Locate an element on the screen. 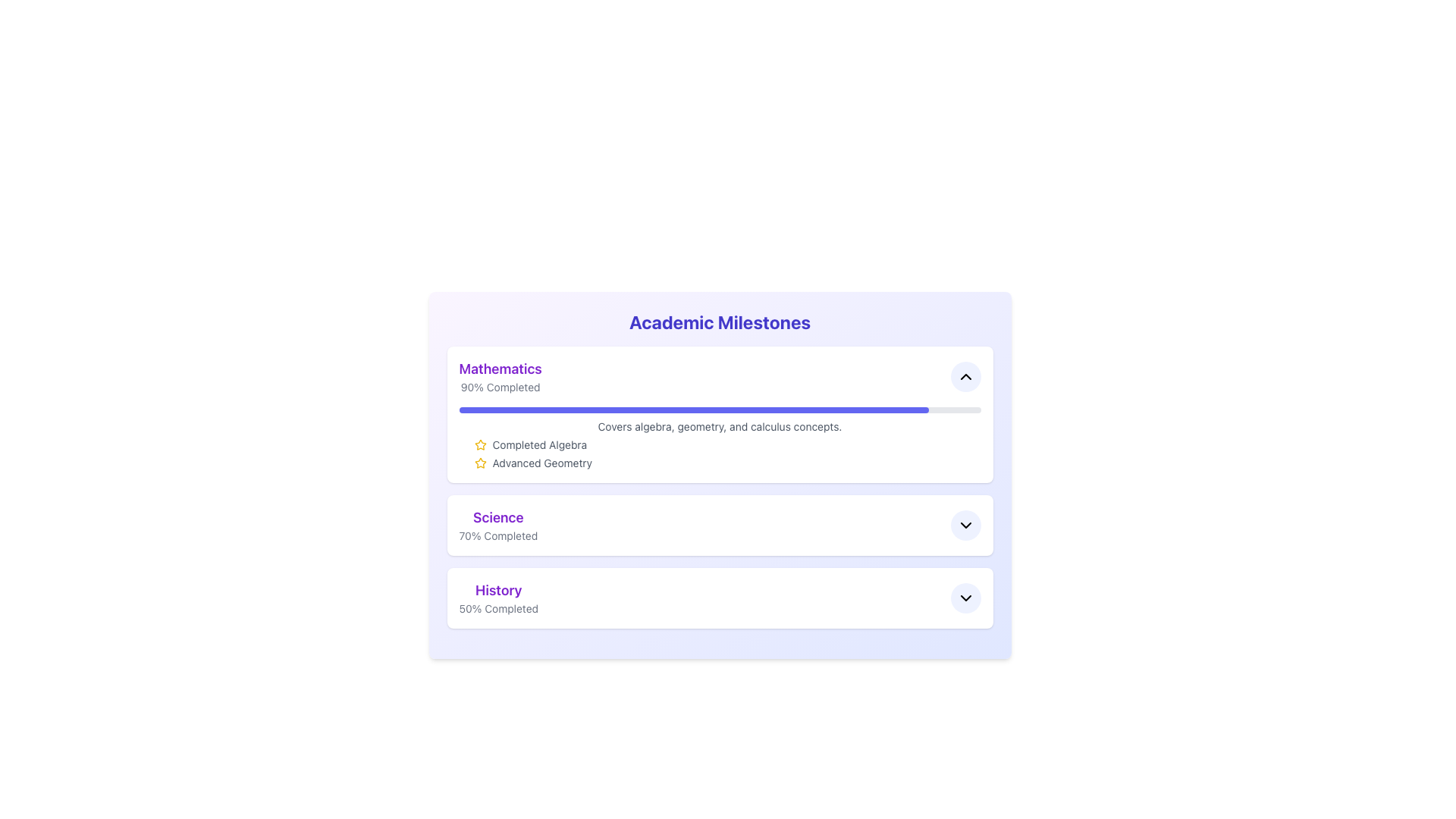 The height and width of the screenshot is (819, 1456). the static text label that displays '50% Completed', which is gray and located directly below the heading 'History' is located at coordinates (498, 607).